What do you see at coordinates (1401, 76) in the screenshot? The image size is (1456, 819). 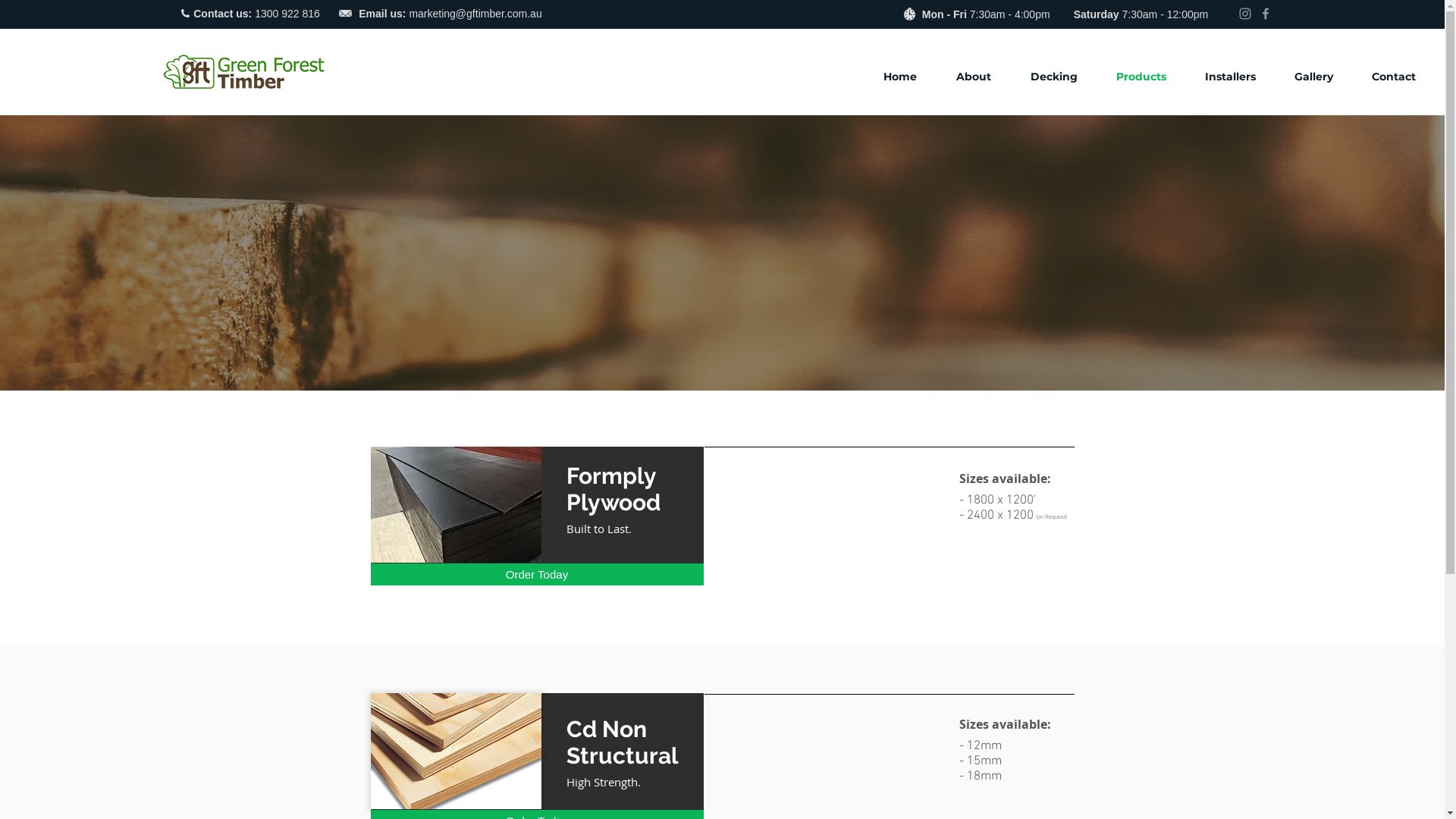 I see `'Contact'` at bounding box center [1401, 76].